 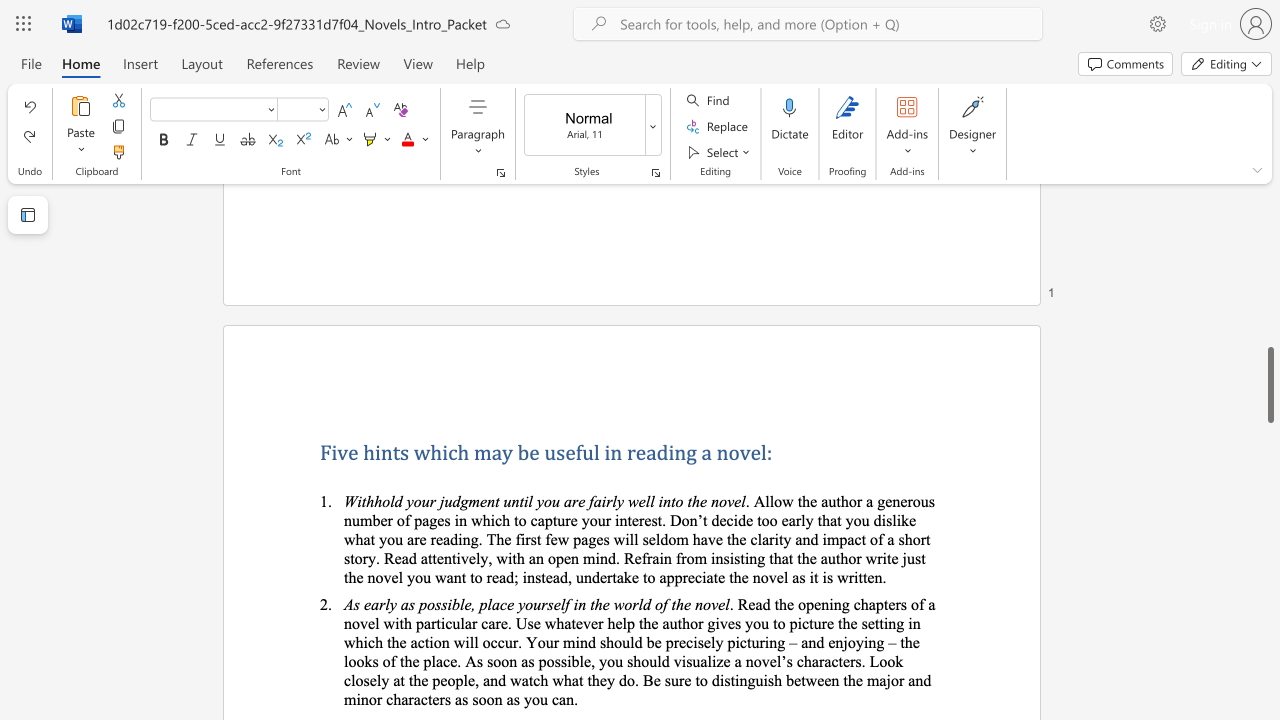 I want to click on the space between the continuous character "u" and "i" in the text, so click(x=761, y=679).